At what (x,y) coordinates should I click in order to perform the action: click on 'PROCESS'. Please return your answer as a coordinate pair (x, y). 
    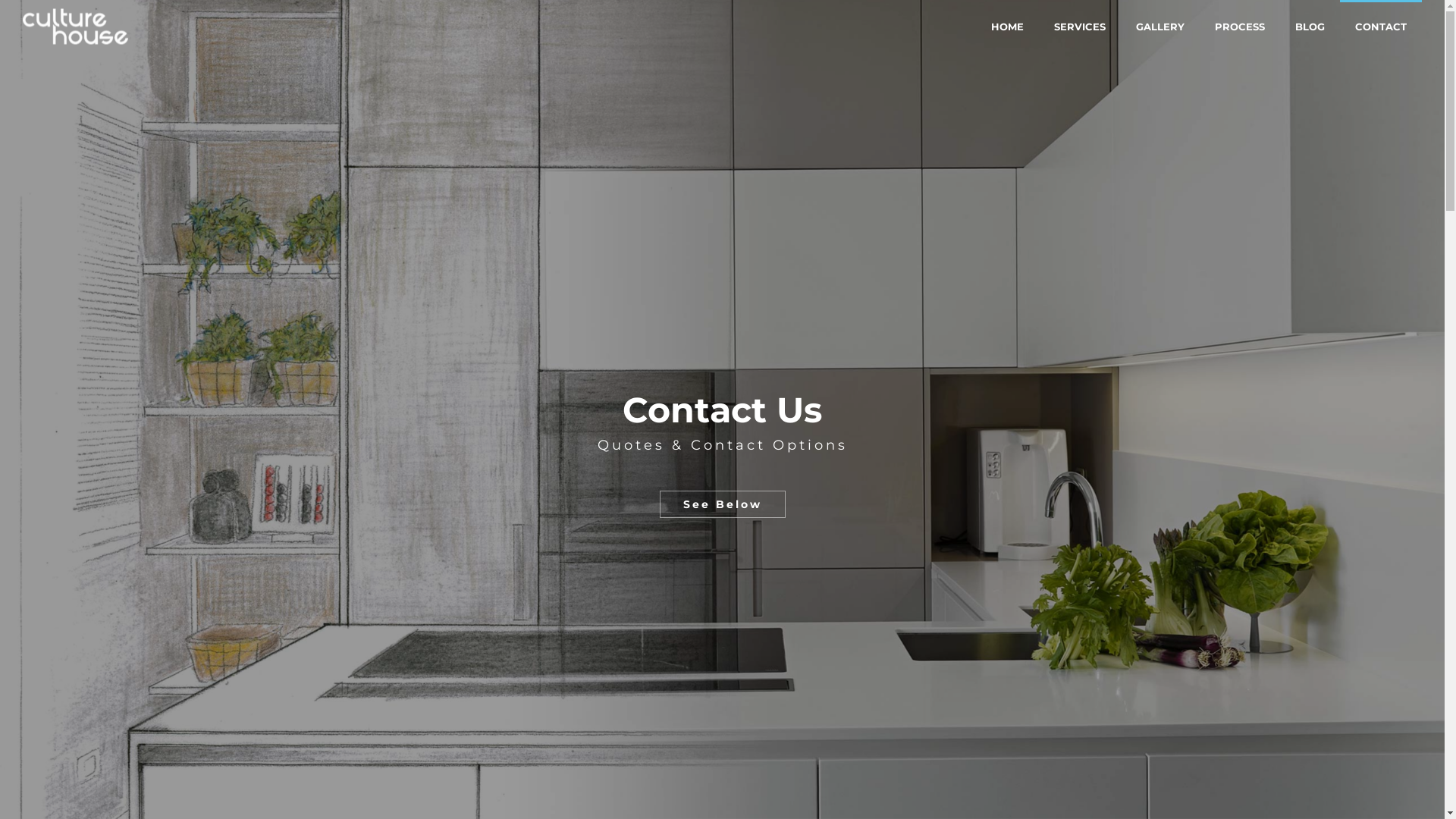
    Looking at the image, I should click on (1240, 26).